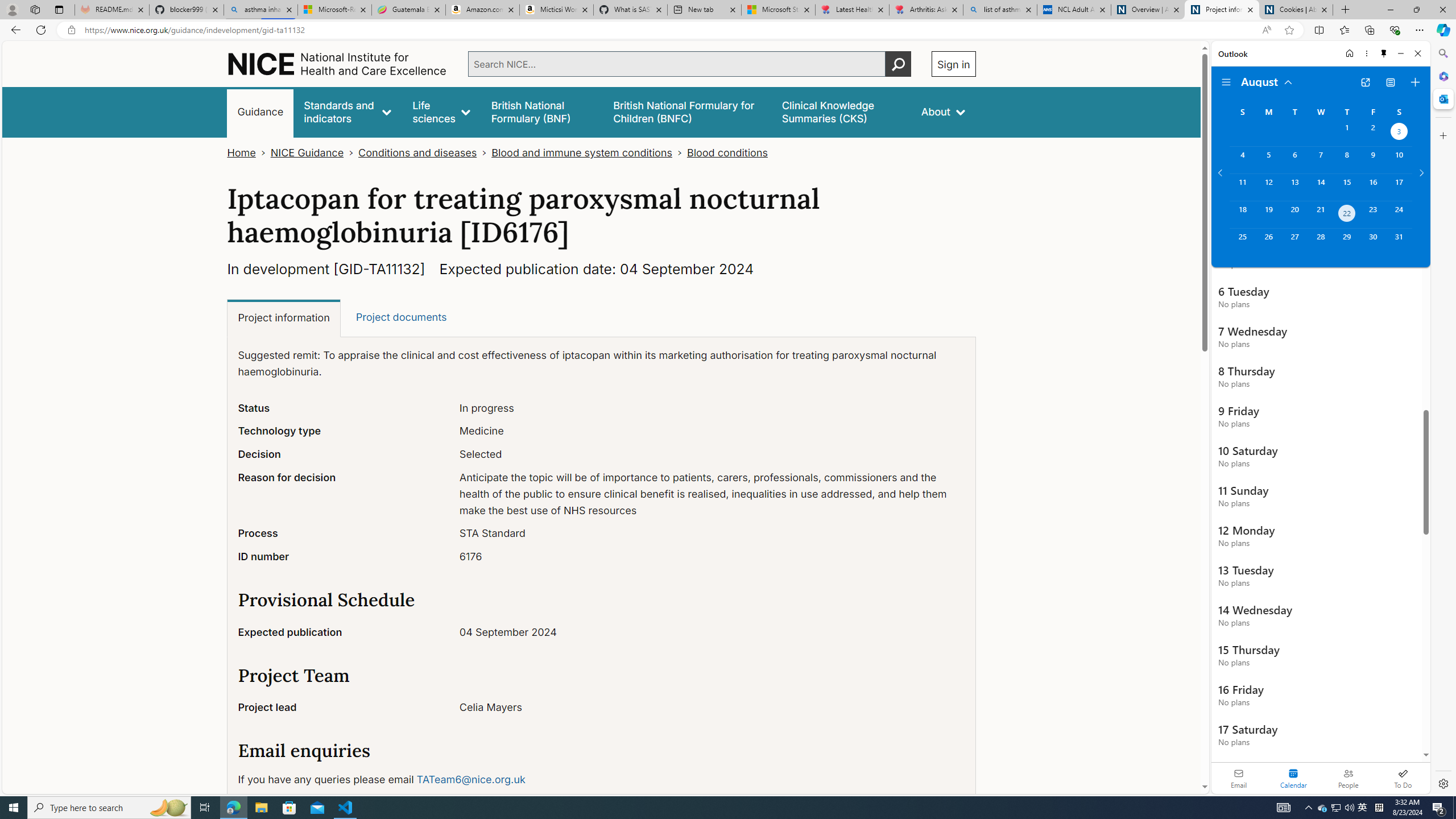 The height and width of the screenshot is (819, 1456). Describe the element at coordinates (1242, 159) in the screenshot. I see `'Sunday, August 4, 2024. '` at that location.